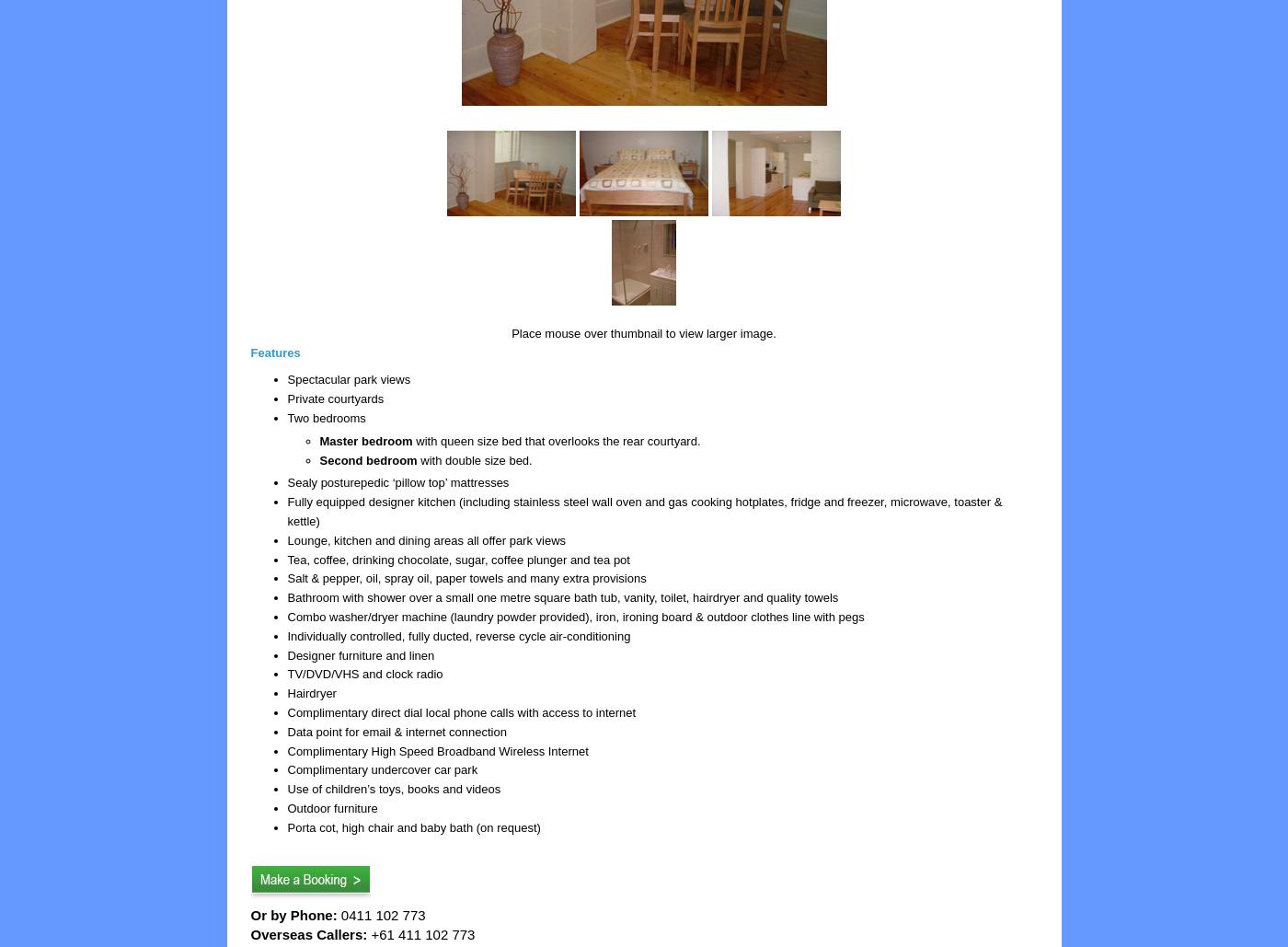 The height and width of the screenshot is (947, 1288). What do you see at coordinates (562, 597) in the screenshot?
I see `'Bathroom with shower over a small one  metre square bath tub, vanity, toilet, hairdryer and quality towels'` at bounding box center [562, 597].